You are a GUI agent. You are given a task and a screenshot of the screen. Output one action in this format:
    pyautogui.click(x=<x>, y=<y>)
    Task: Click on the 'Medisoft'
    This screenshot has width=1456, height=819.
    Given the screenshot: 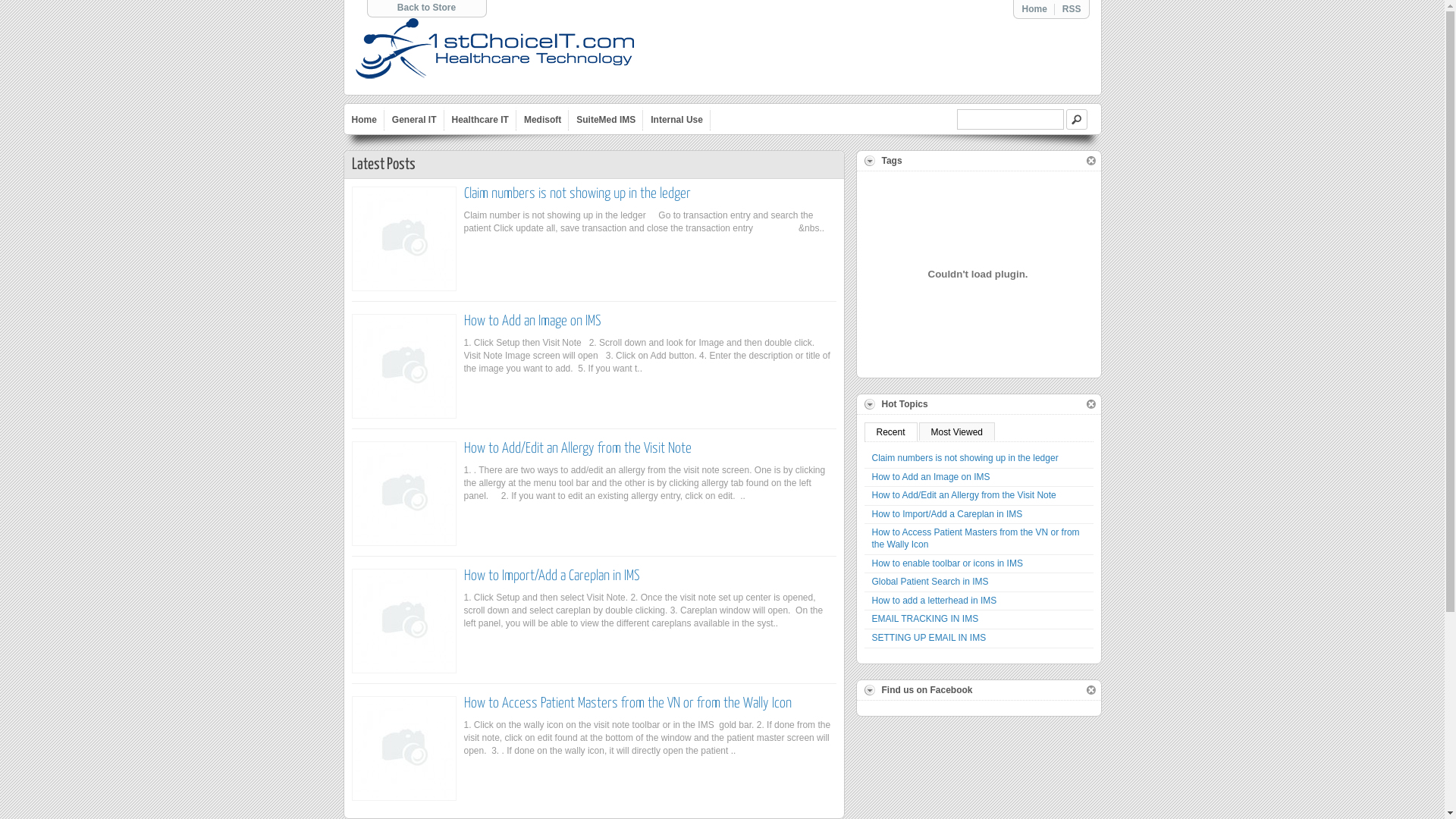 What is the action you would take?
    pyautogui.click(x=542, y=118)
    